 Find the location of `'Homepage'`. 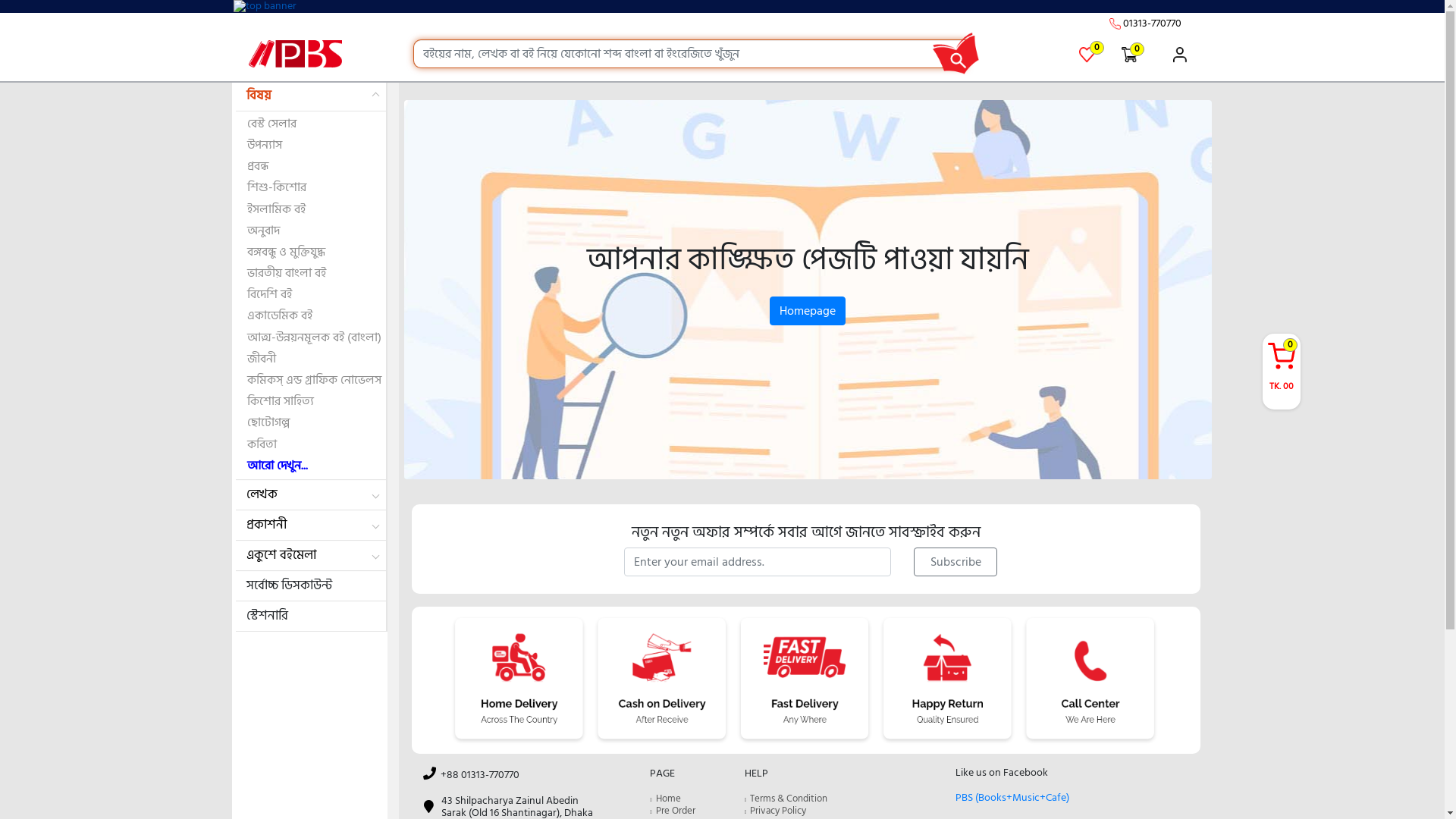

'Homepage' is located at coordinates (807, 309).